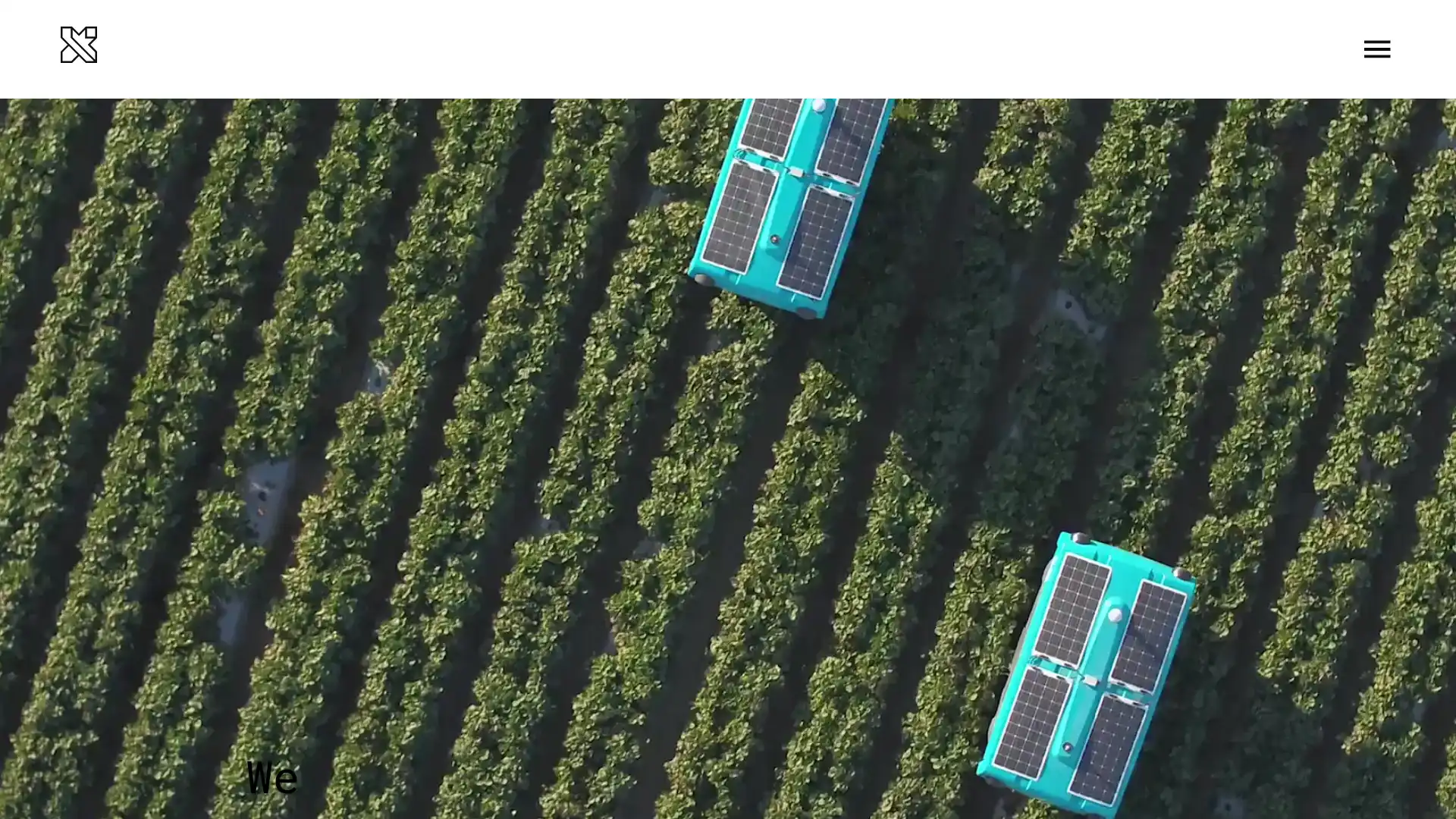  Describe the element at coordinates (768, 415) in the screenshot. I see `Ten years of learning Over the course of 10 years, X learns a lot about some of the processes and cultural habits that help systematize innovation. For our 10th anniversary, we share the Gimbal  our internal guide to invention and innovation  alongside other tips for unleashing radical creativity that anyone can put into practice.` at that location.